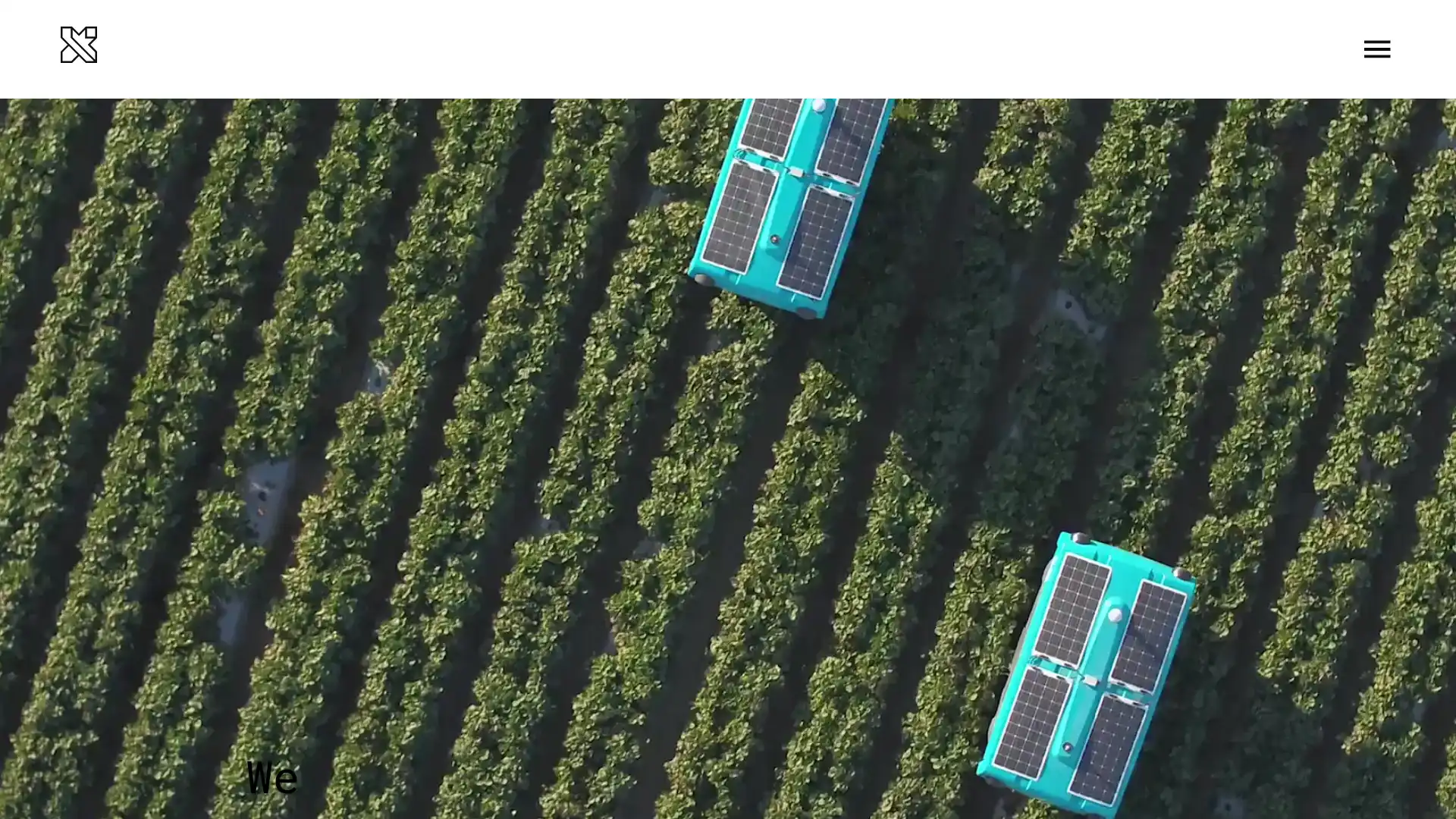  Describe the element at coordinates (768, 415) in the screenshot. I see `Ten years of learning Over the course of 10 years, X learns a lot about some of the processes and cultural habits that help systematize innovation. For our 10th anniversary, we share the Gimbal  our internal guide to invention and innovation  alongside other tips for unleashing radical creativity that anyone can put into practice.` at that location.